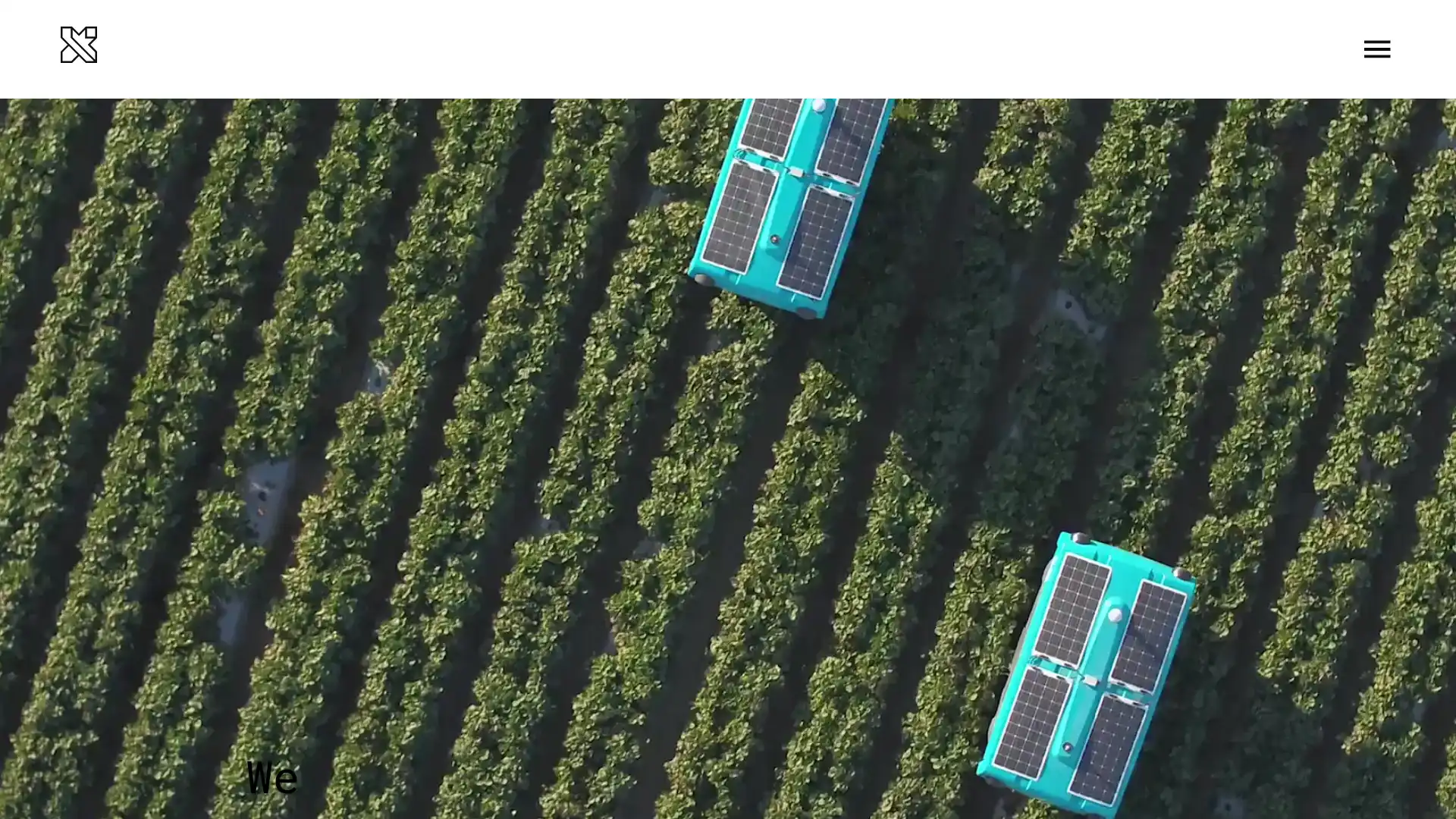  Describe the element at coordinates (768, 415) in the screenshot. I see `Ten years of learning Over the course of 10 years, X learns a lot about some of the processes and cultural habits that help systematize innovation. For our 10th anniversary, we share the Gimbal  our internal guide to invention and innovation  alongside other tips for unleashing radical creativity that anyone can put into practice.` at that location.